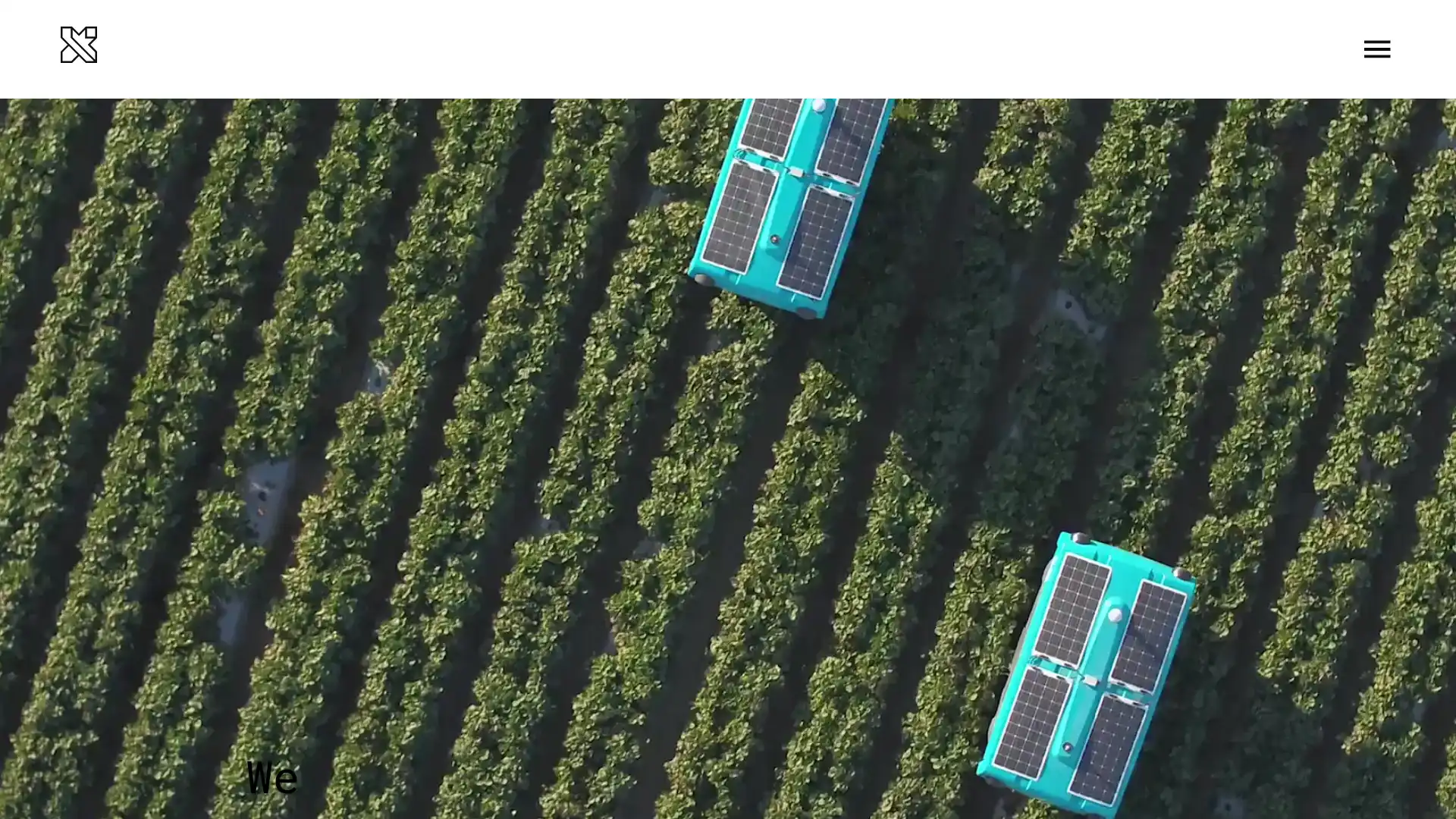  Describe the element at coordinates (768, 415) in the screenshot. I see `Ten years of learning Over the course of 10 years, X learns a lot about some of the processes and cultural habits that help systematize innovation. For our 10th anniversary, we share the Gimbal  our internal guide to invention and innovation  alongside other tips for unleashing radical creativity that anyone can put into practice.` at that location.